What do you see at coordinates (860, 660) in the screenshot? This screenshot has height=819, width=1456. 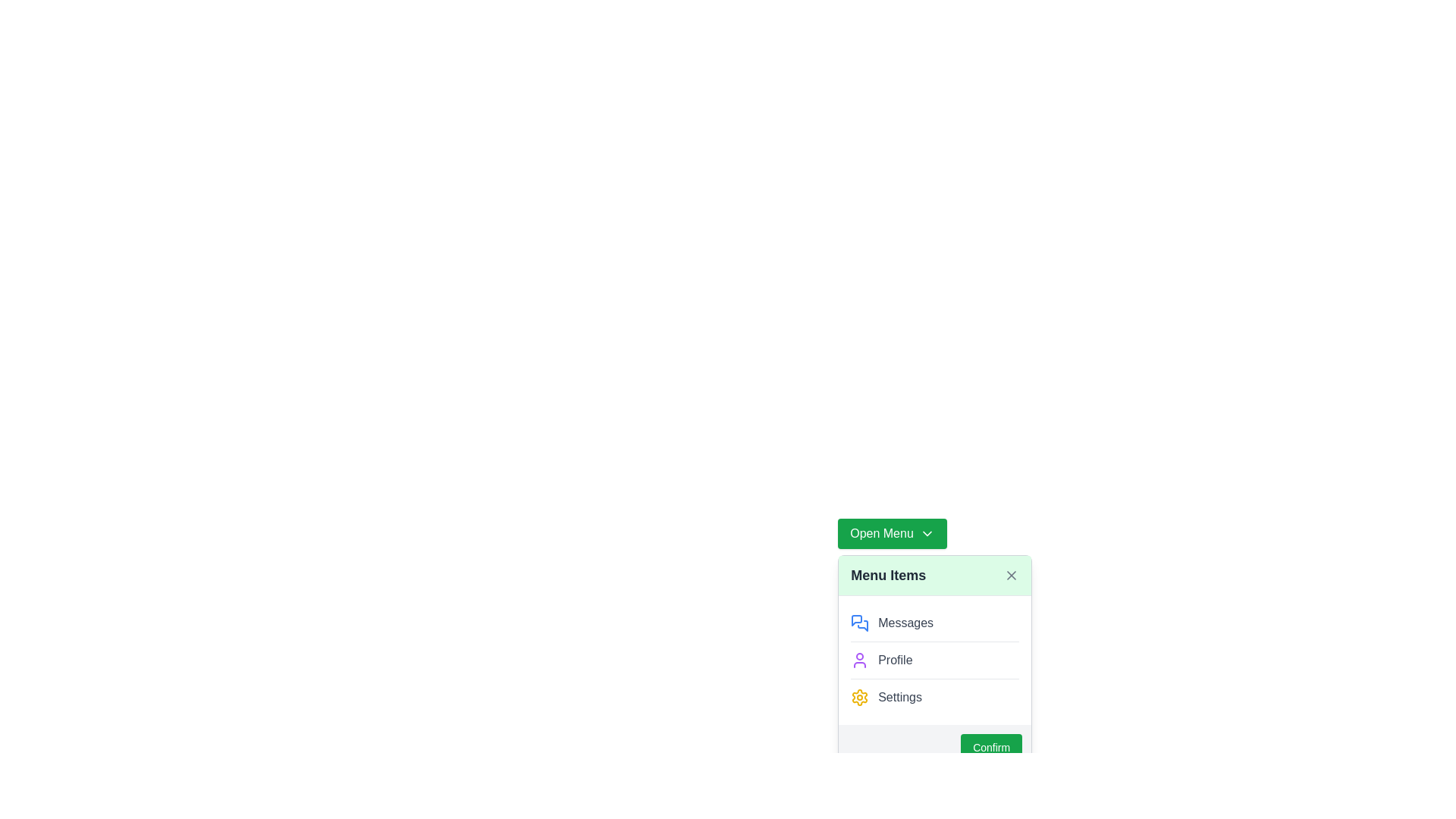 I see `the user icon with a purple outline located next to the 'Profile' text in the 'Menu Items' section` at bounding box center [860, 660].